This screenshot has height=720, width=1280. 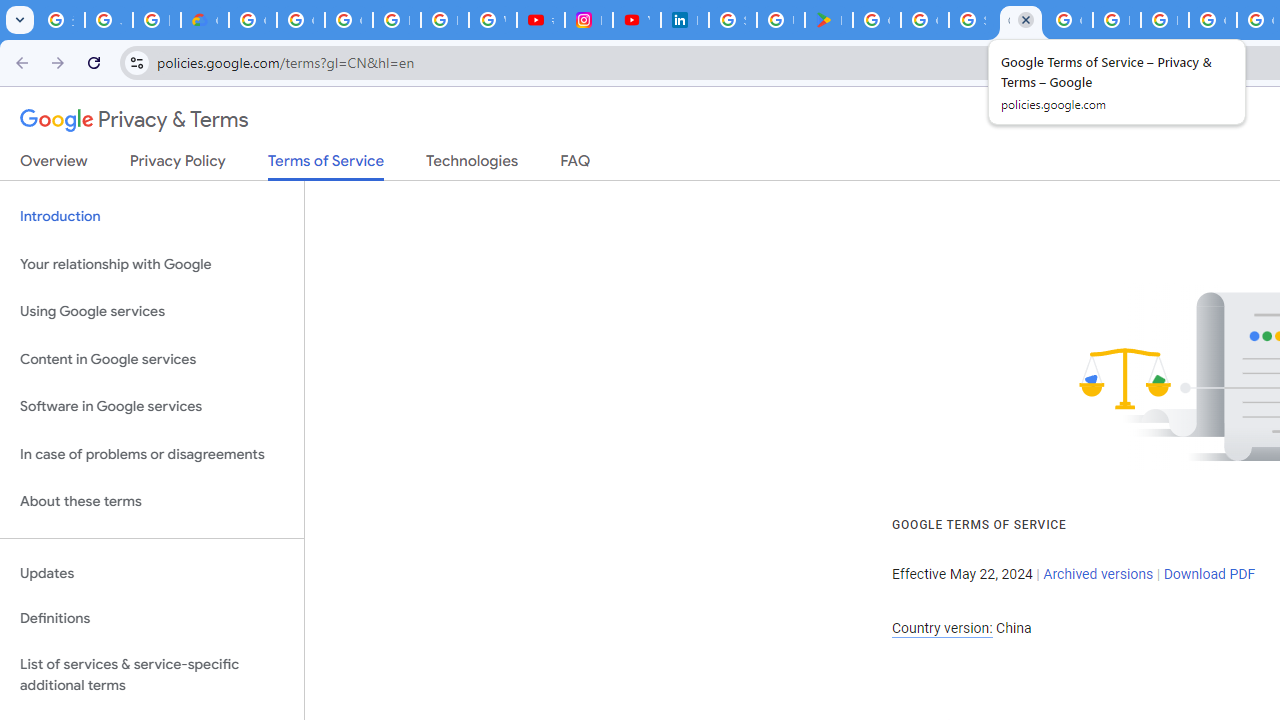 What do you see at coordinates (635, 20) in the screenshot?
I see `'YouTube Culture & Trends - On The Rise: Handcam Videos'` at bounding box center [635, 20].